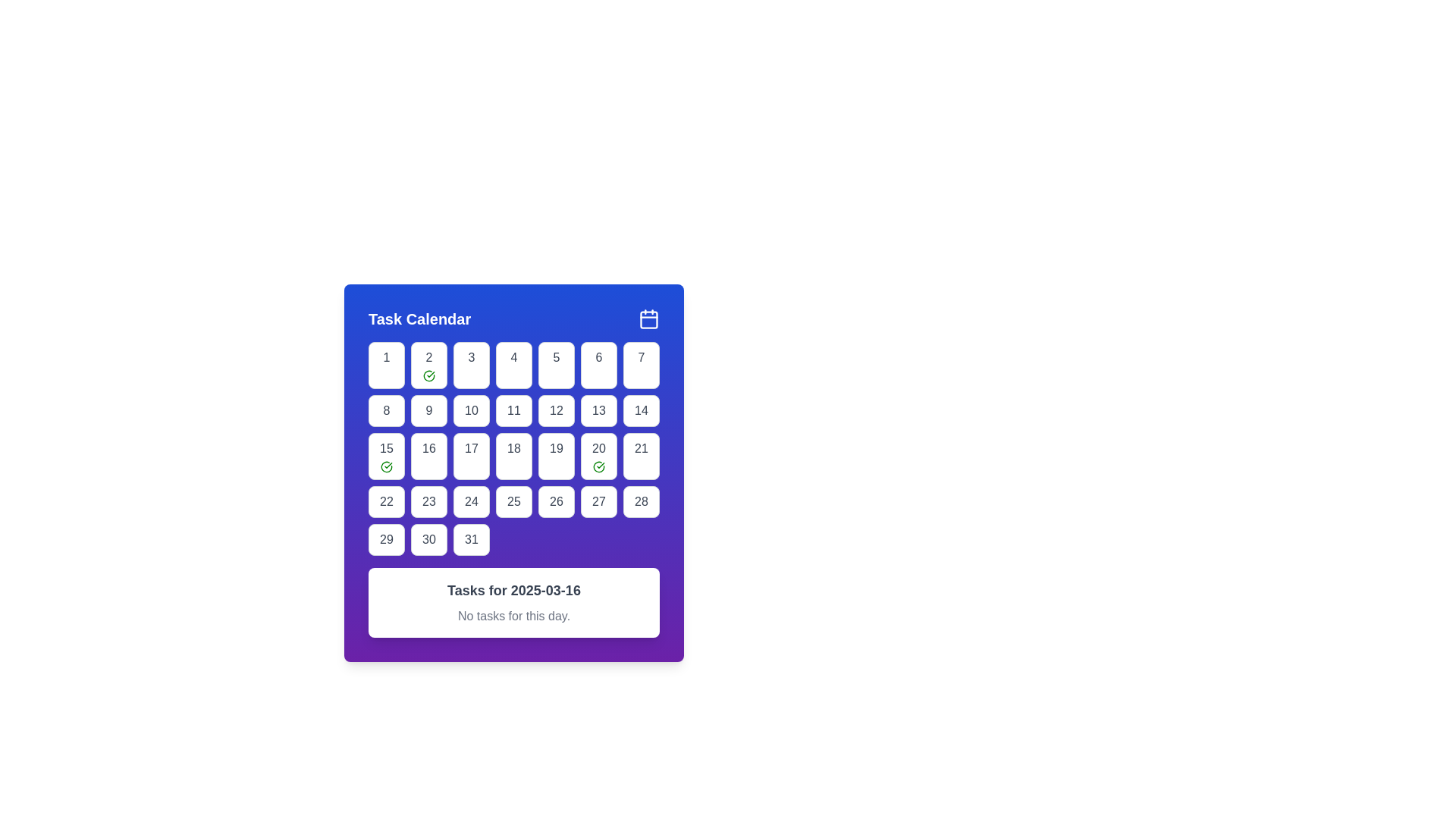 This screenshot has width=1456, height=819. I want to click on the text '17' within the calendar grid cell, so click(471, 447).